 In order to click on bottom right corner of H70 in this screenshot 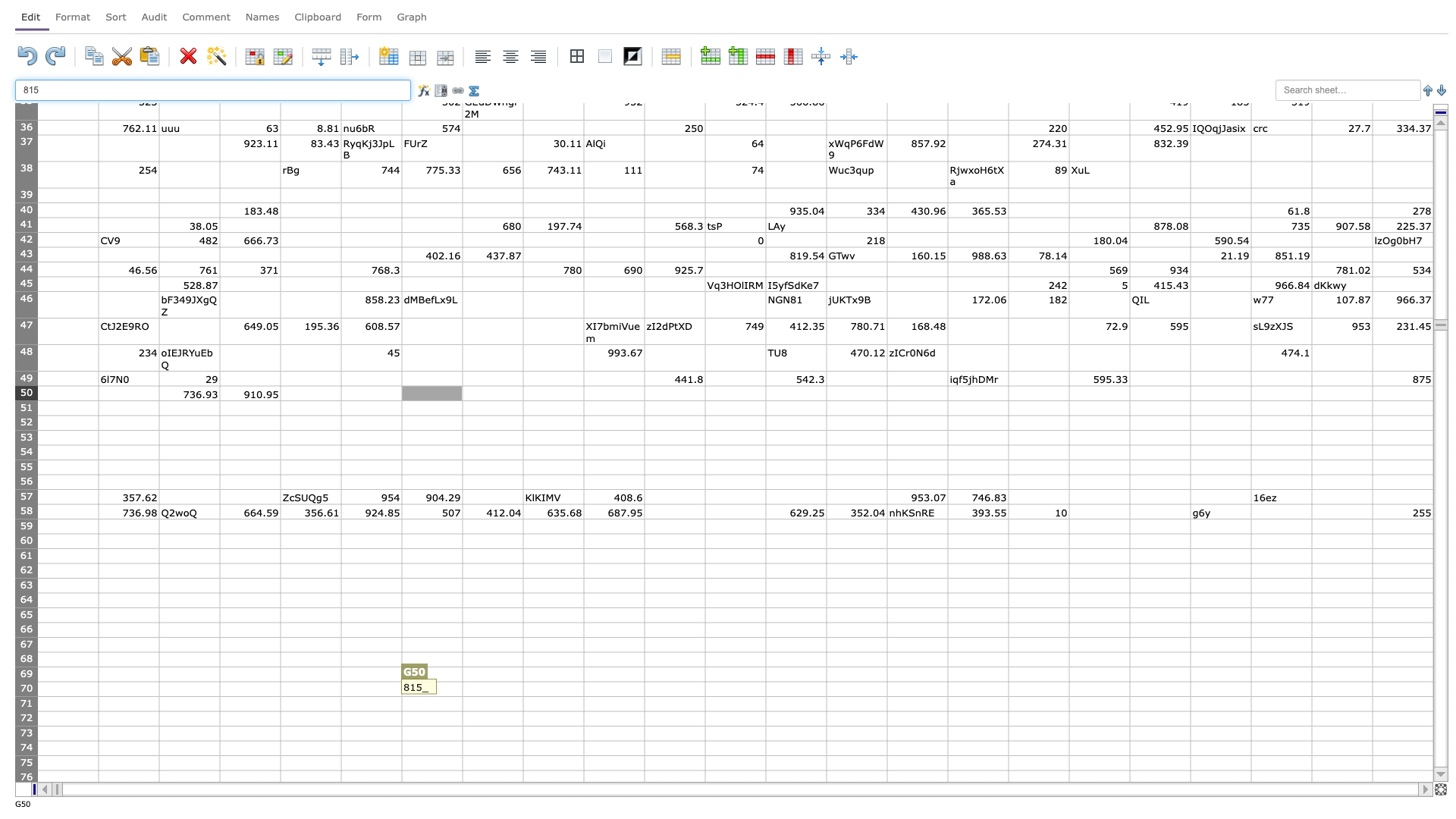, I will do `click(523, 696)`.